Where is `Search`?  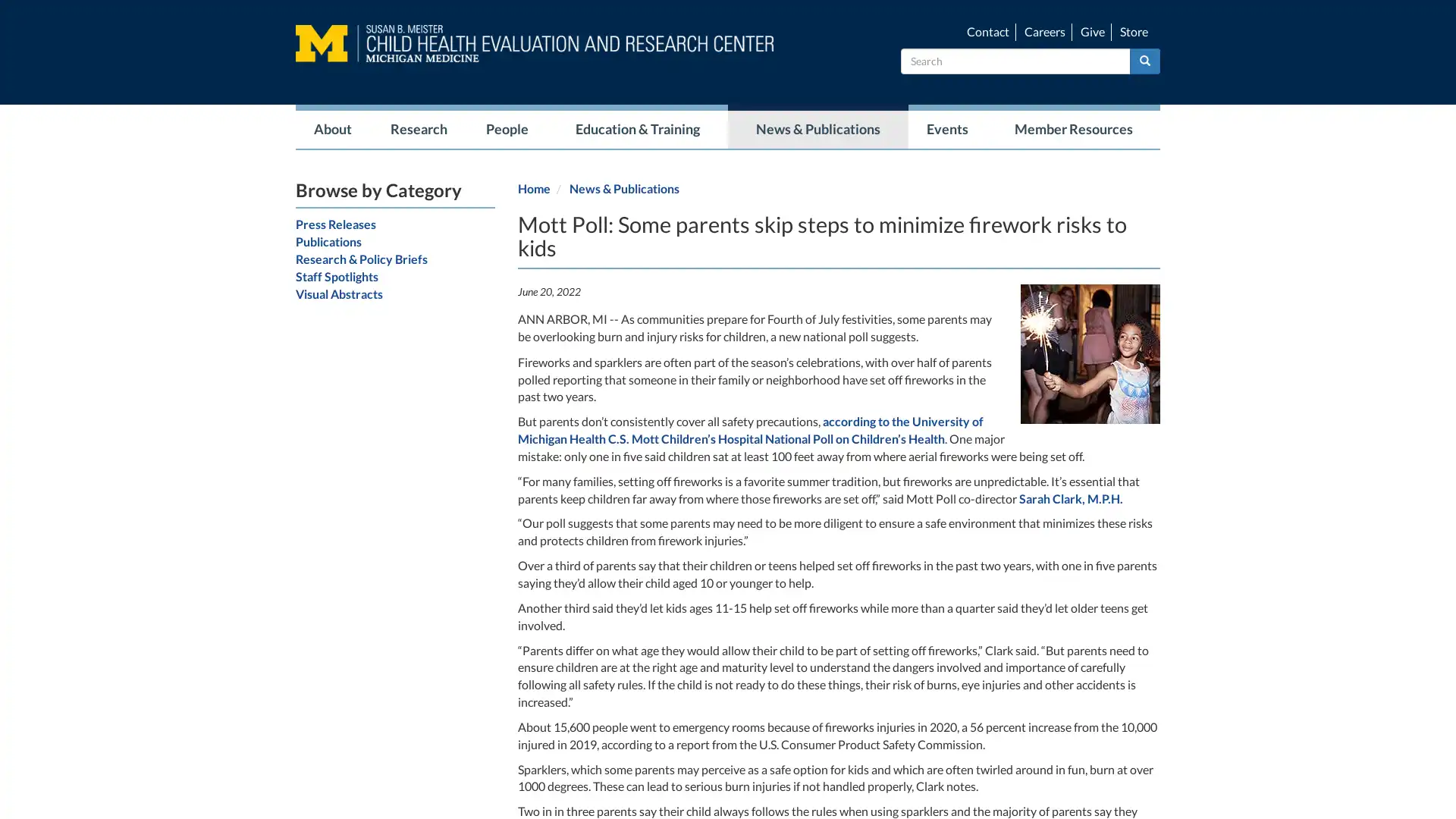 Search is located at coordinates (1145, 60).